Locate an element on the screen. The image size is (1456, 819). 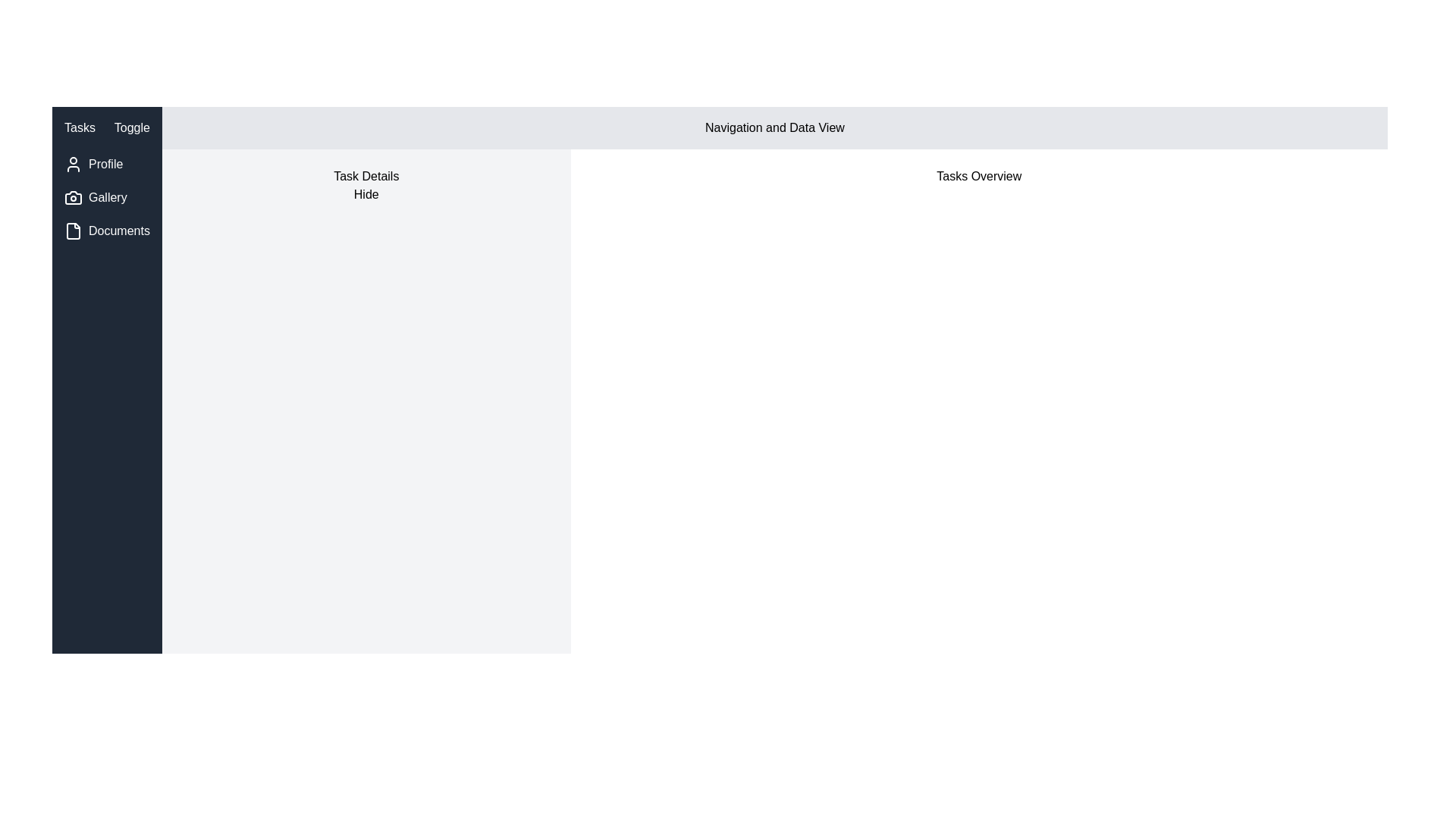
the 'Documents' icon in the left navigation sidebar, which serves as an identifier for the Documents section is located at coordinates (72, 231).